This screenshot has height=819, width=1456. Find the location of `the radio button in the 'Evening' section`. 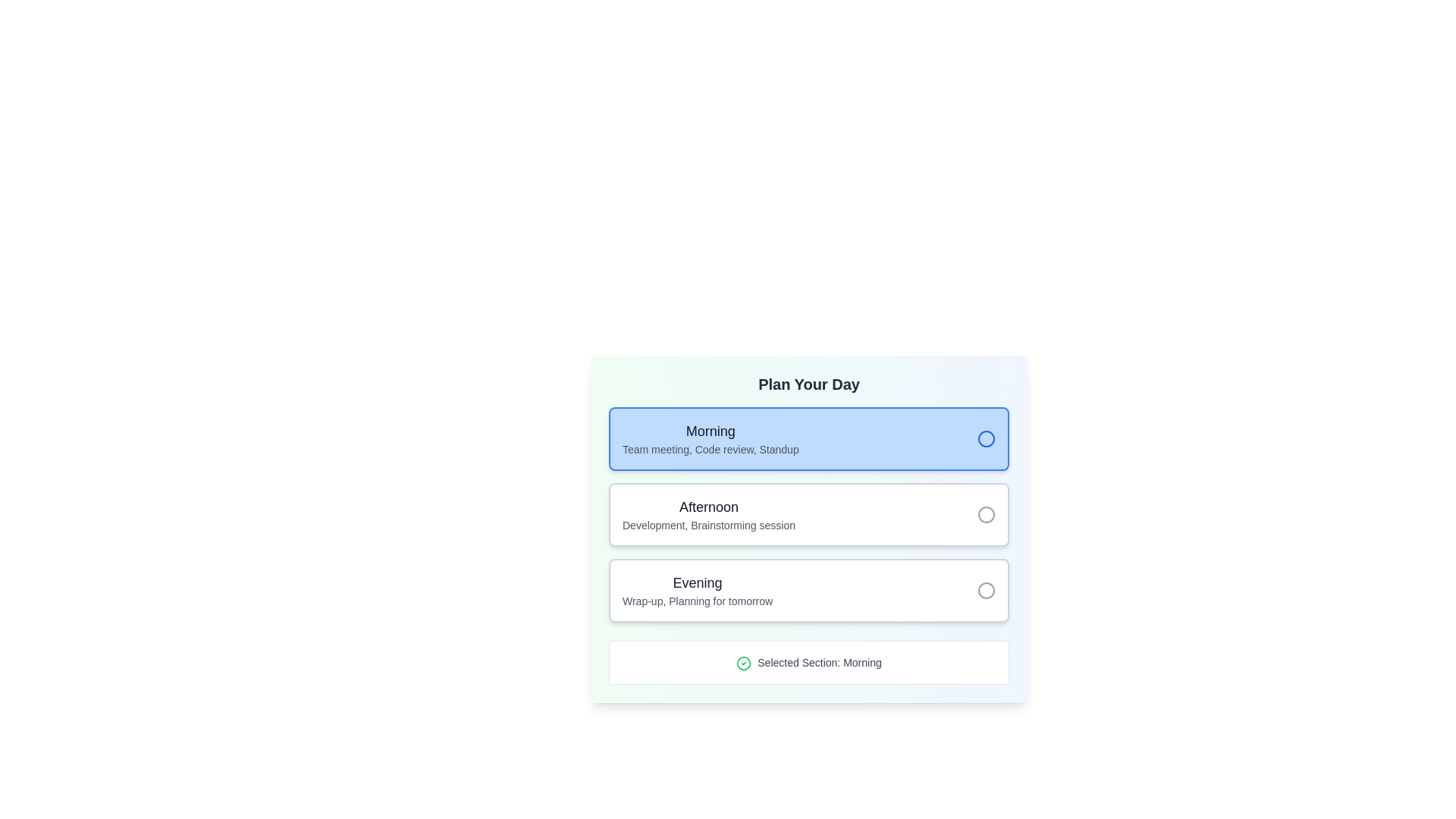

the radio button in the 'Evening' section is located at coordinates (986, 590).